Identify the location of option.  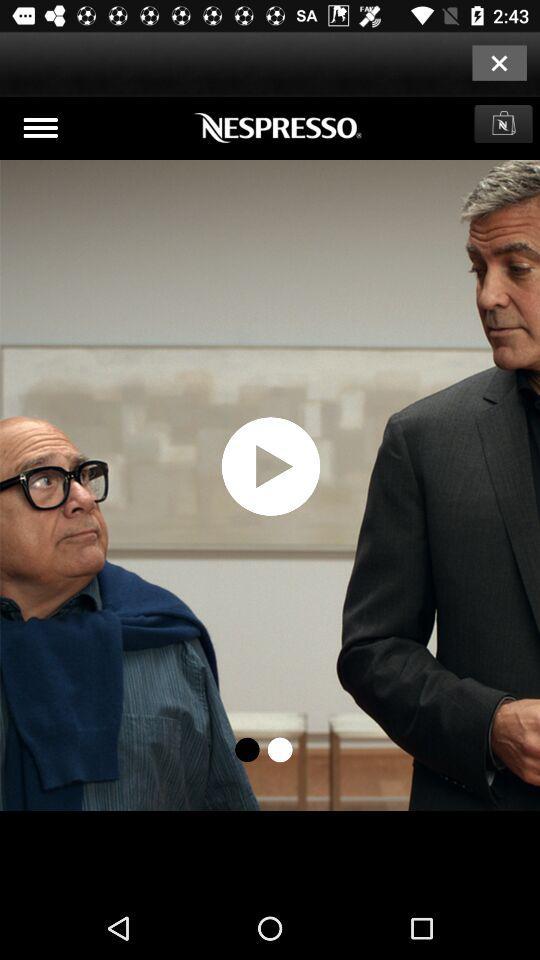
(498, 62).